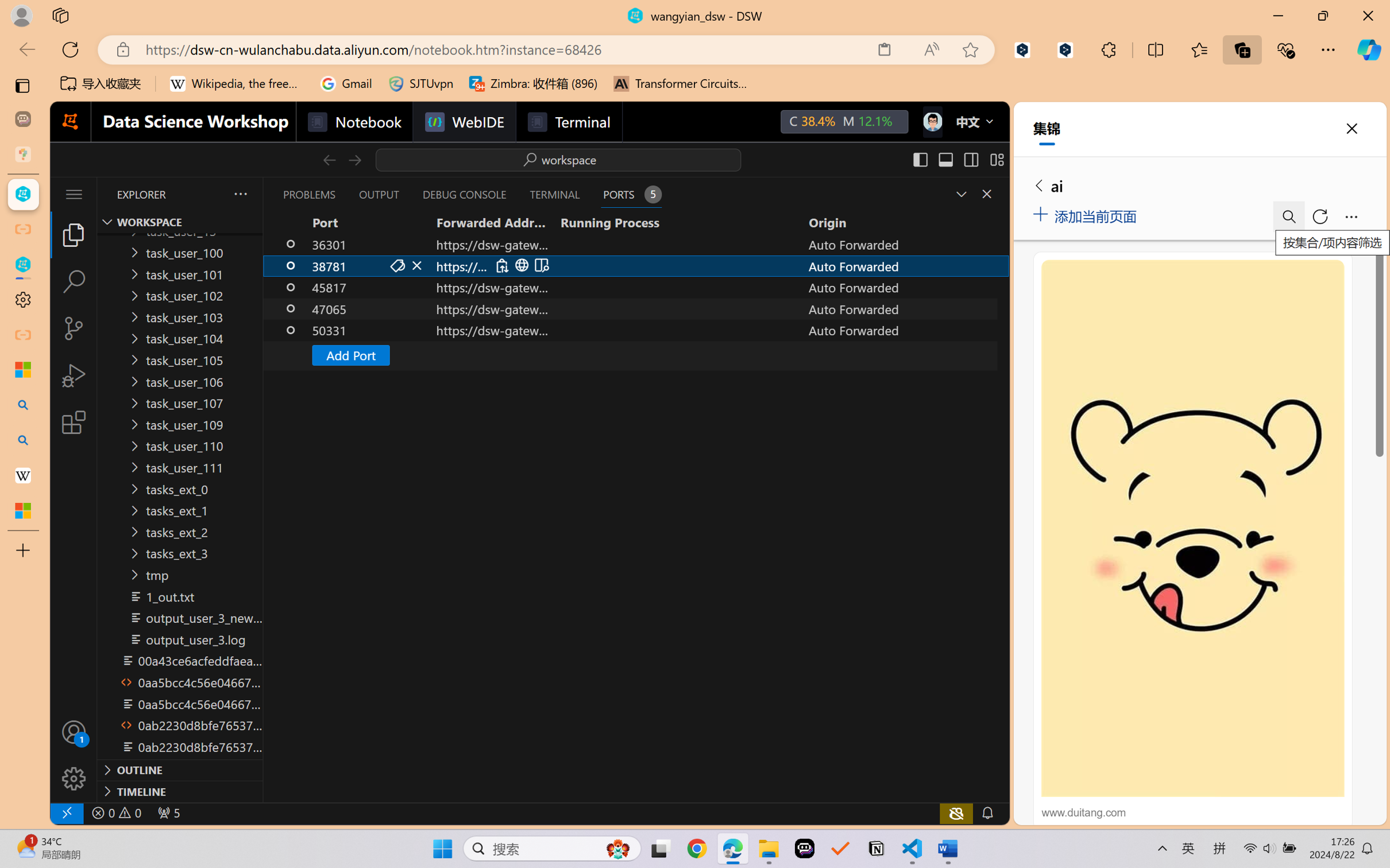  I want to click on 'Copy Local Address (Ctrl+C)', so click(501, 265).